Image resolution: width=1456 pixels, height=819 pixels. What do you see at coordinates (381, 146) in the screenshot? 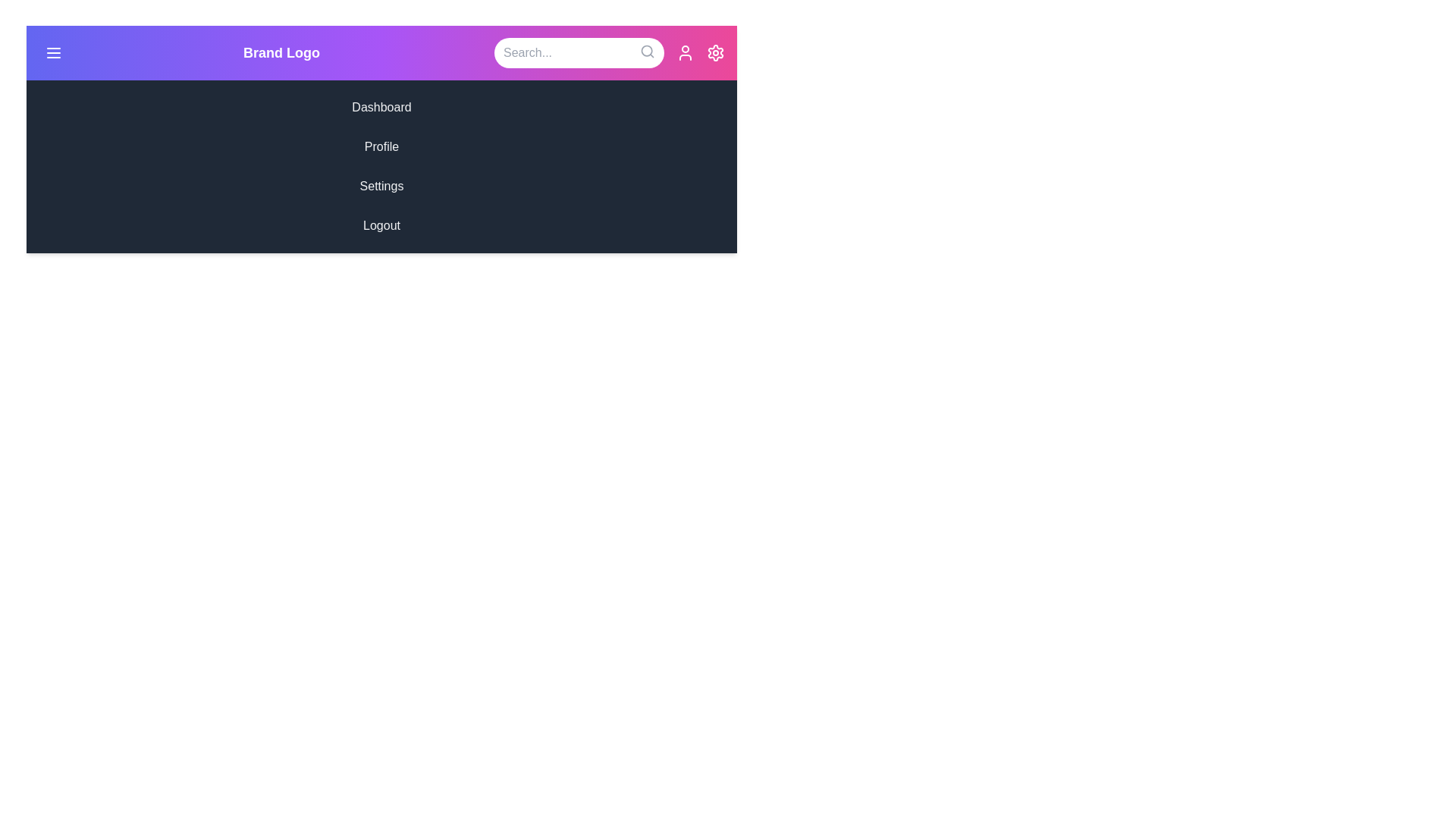
I see `the menu item Profile in the sidebar` at bounding box center [381, 146].